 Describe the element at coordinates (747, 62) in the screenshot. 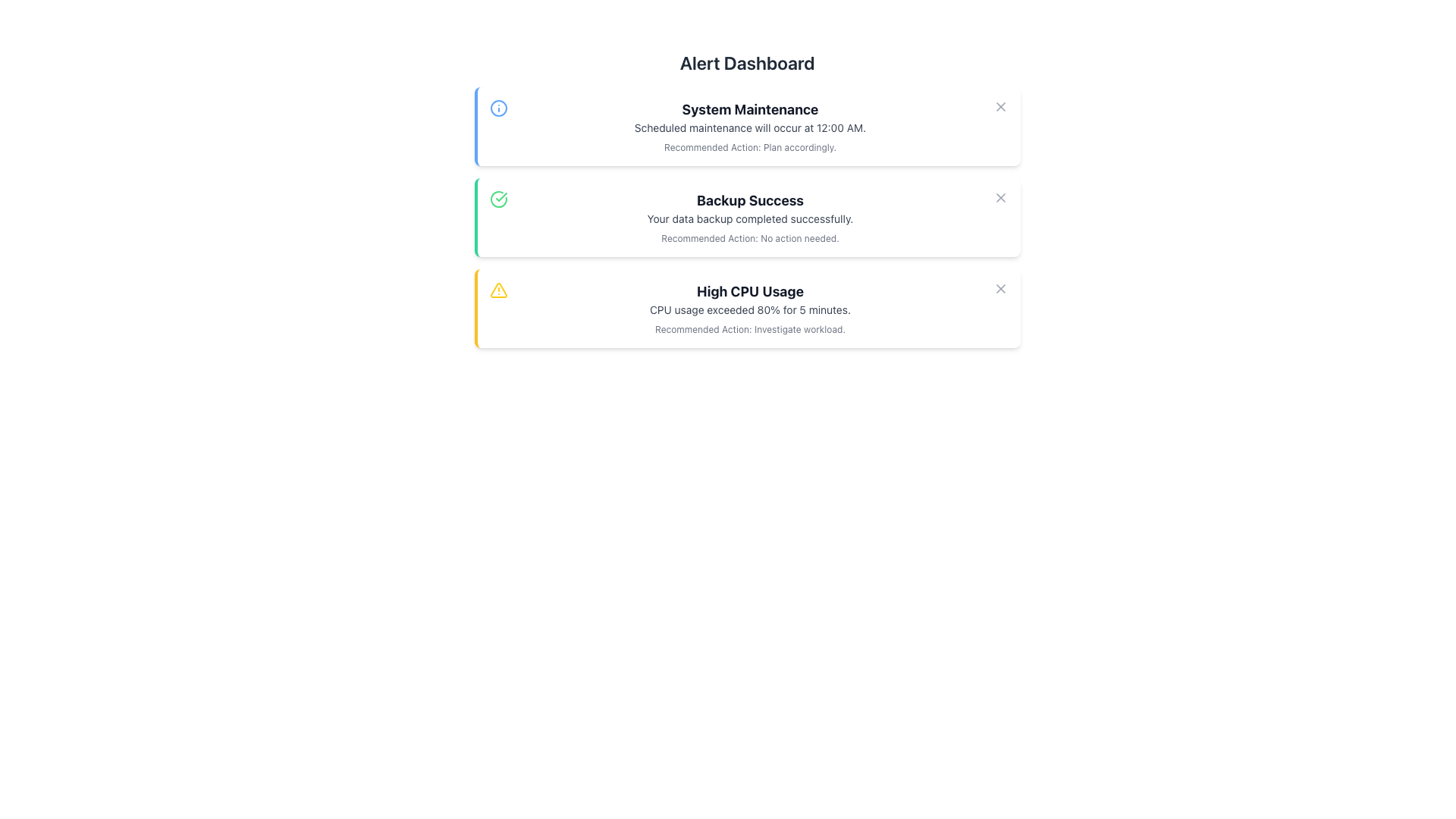

I see `the Text Header element, which serves as the title for the dashboard interface, located at the top and centered horizontally, above the notification cards` at that location.